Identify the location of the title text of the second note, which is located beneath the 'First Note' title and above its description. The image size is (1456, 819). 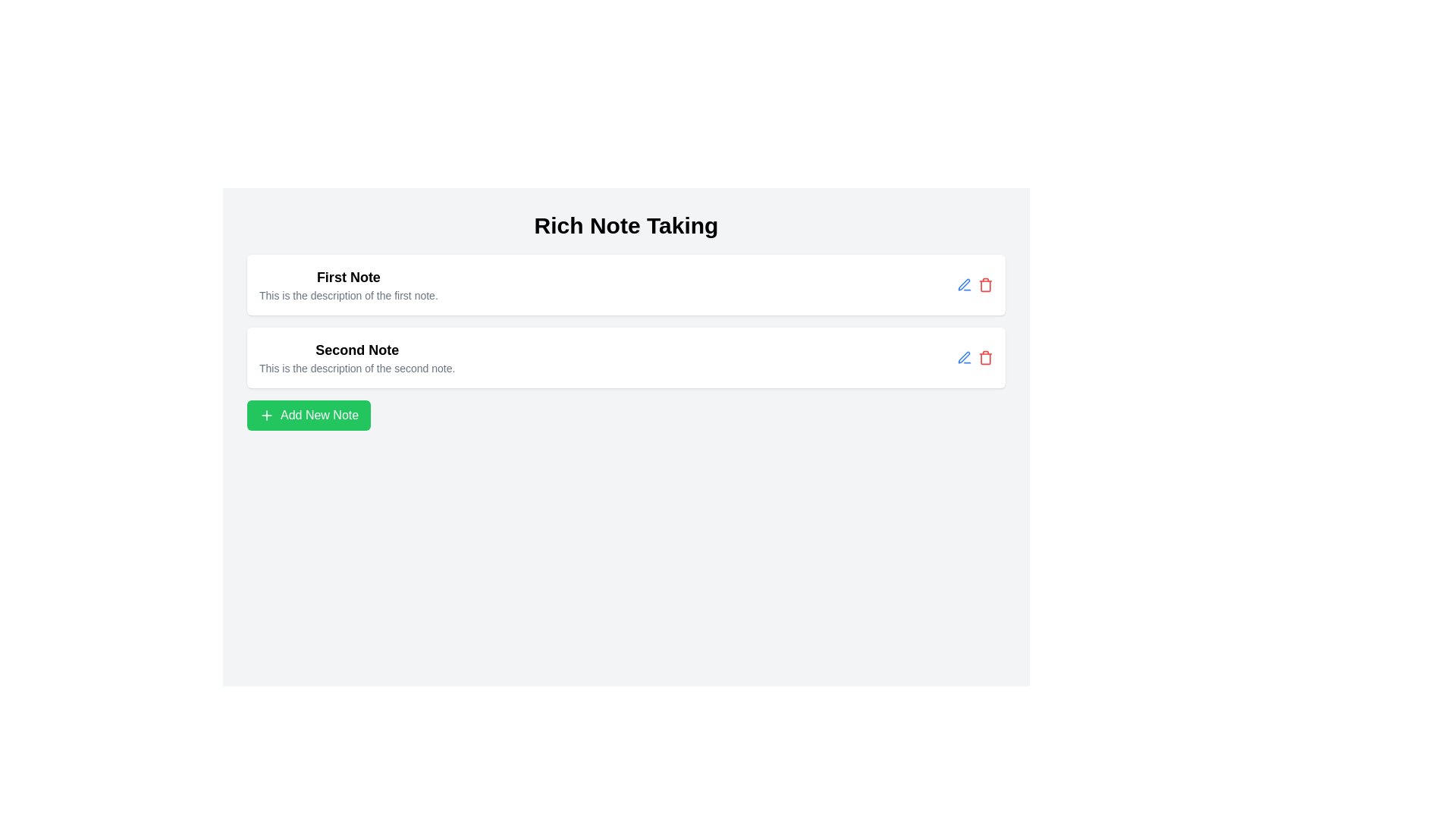
(356, 350).